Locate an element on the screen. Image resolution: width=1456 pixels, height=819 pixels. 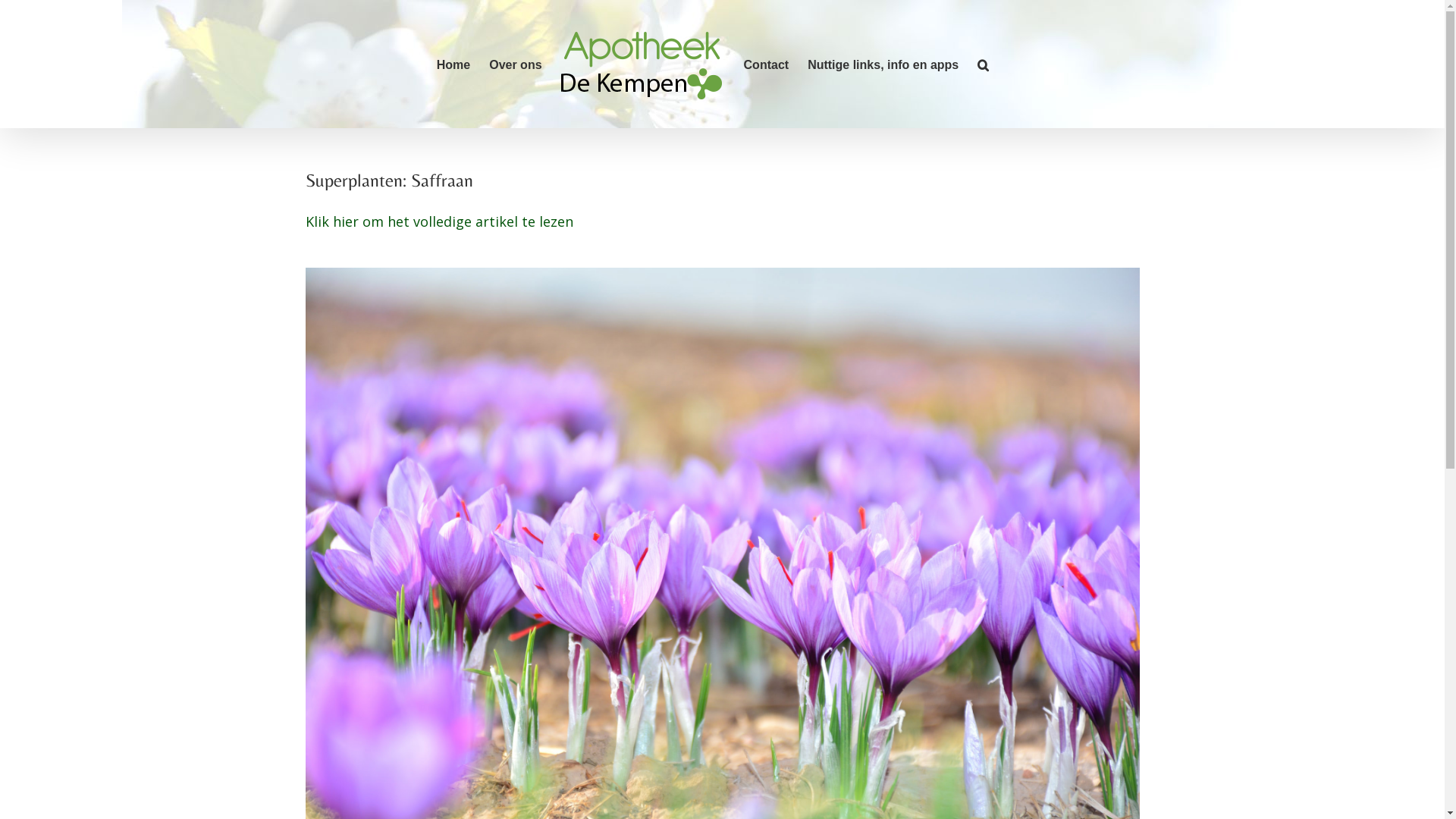
'Contact' is located at coordinates (767, 63).